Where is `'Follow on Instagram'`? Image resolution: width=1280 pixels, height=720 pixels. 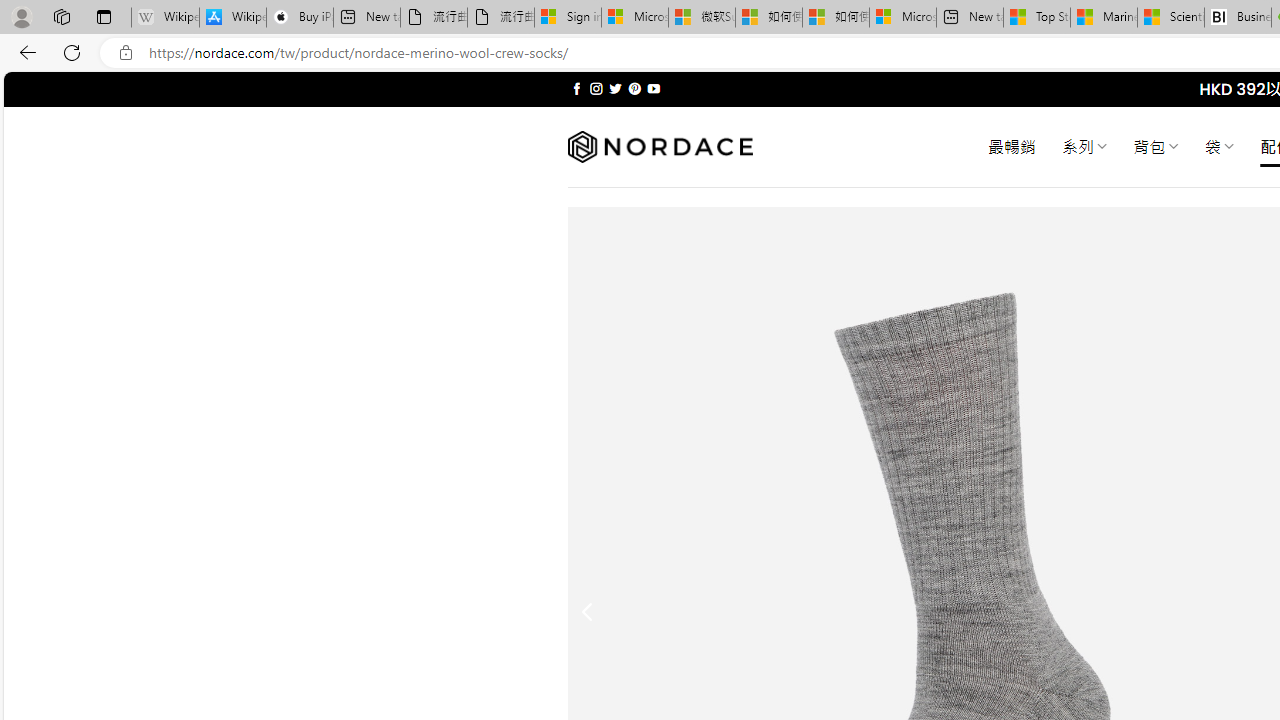 'Follow on Instagram' is located at coordinates (595, 88).